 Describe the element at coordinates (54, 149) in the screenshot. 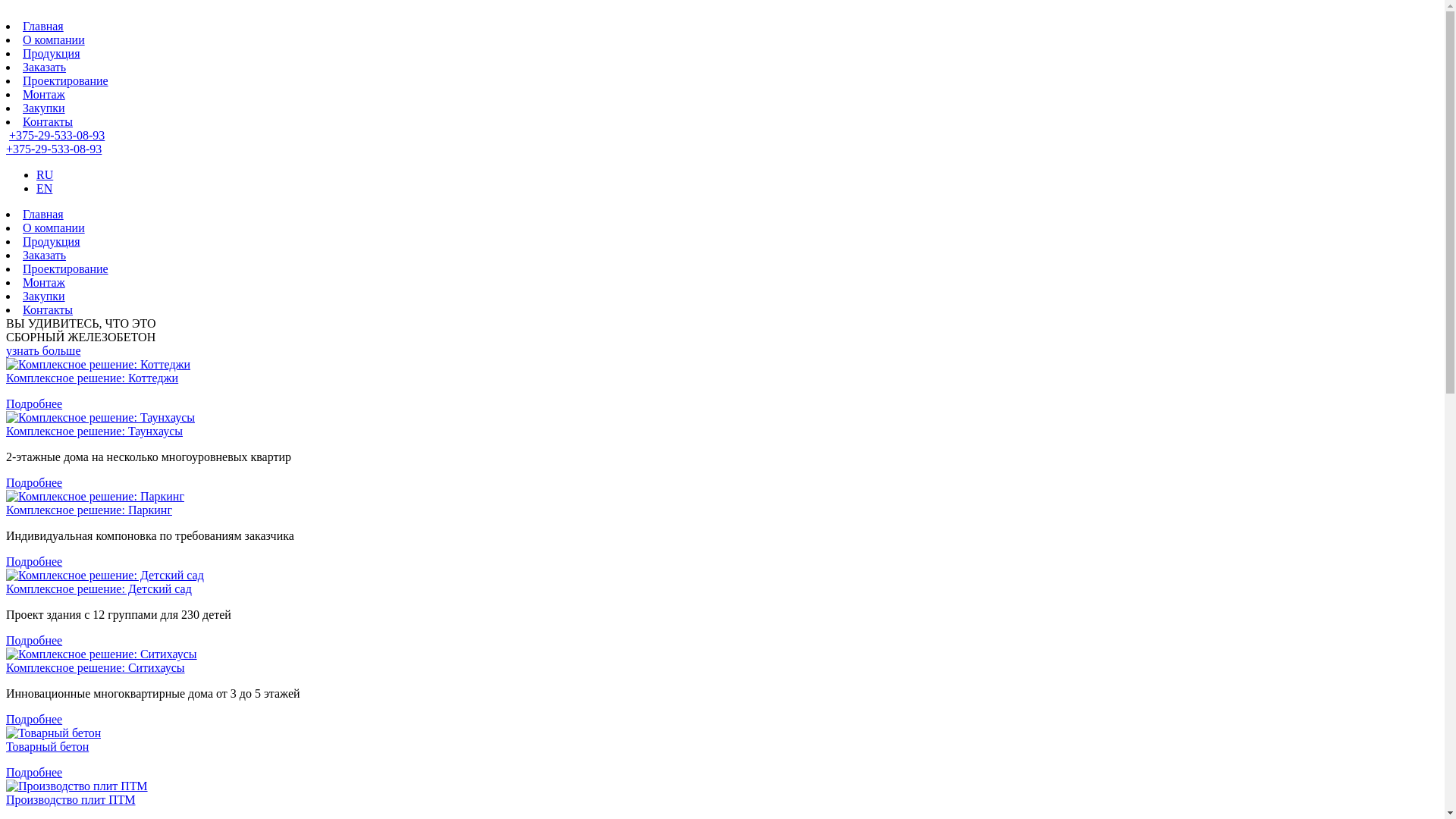

I see `'+375-29-533-08-93'` at that location.